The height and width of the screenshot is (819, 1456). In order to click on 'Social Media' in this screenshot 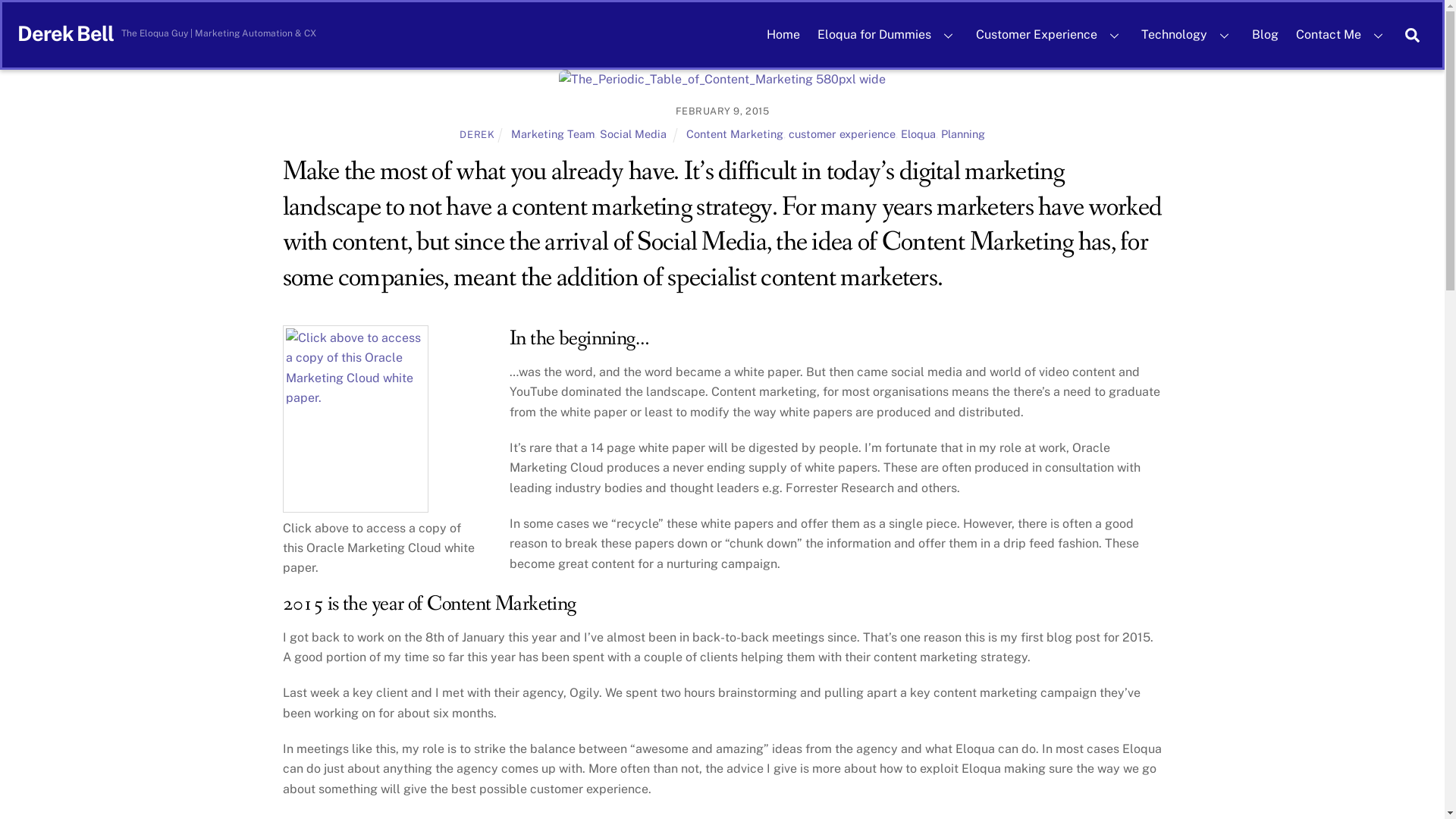, I will do `click(633, 133)`.